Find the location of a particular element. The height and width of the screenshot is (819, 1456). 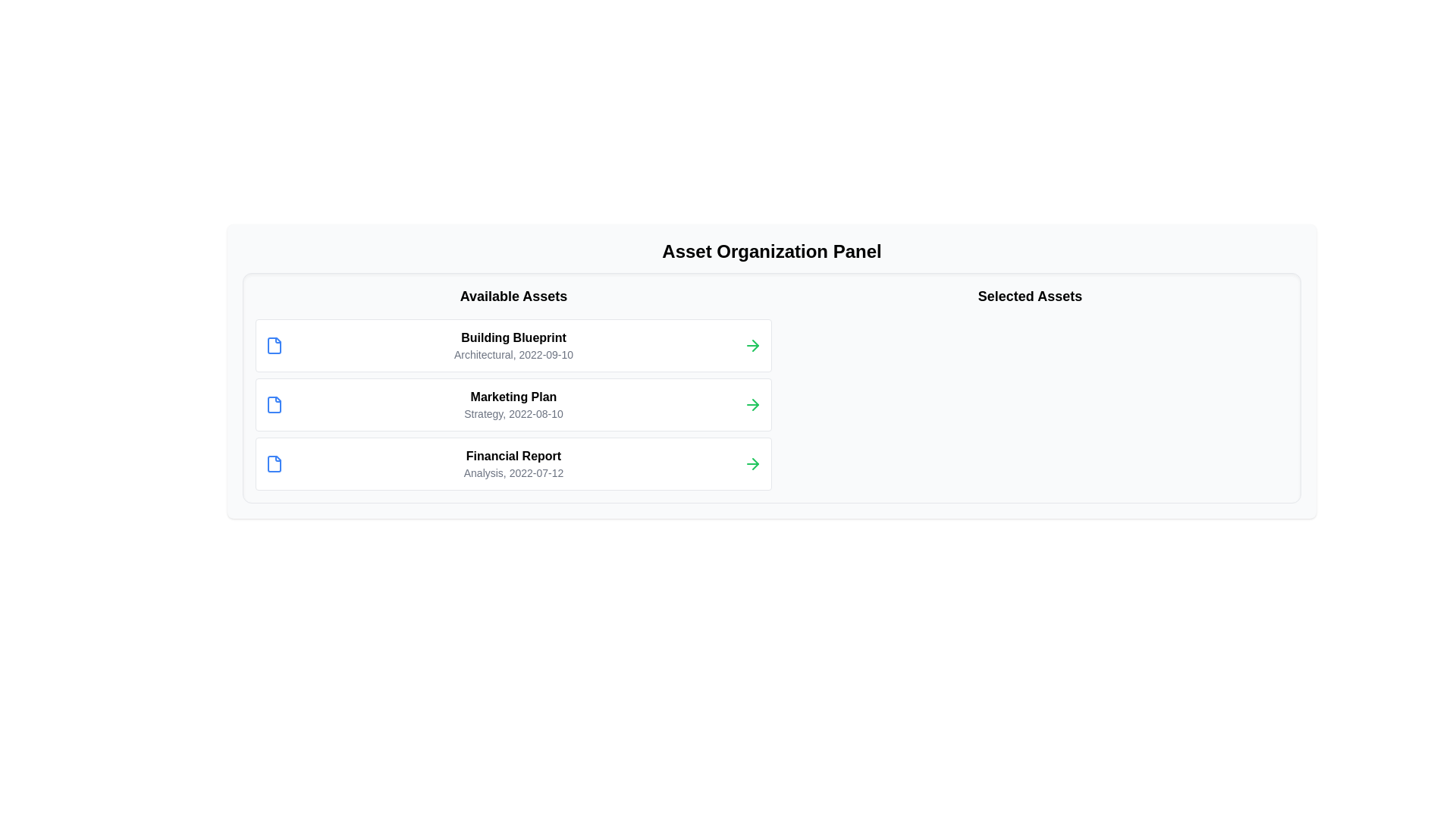

the second List item card labeled 'Marketing Plan' is located at coordinates (513, 403).